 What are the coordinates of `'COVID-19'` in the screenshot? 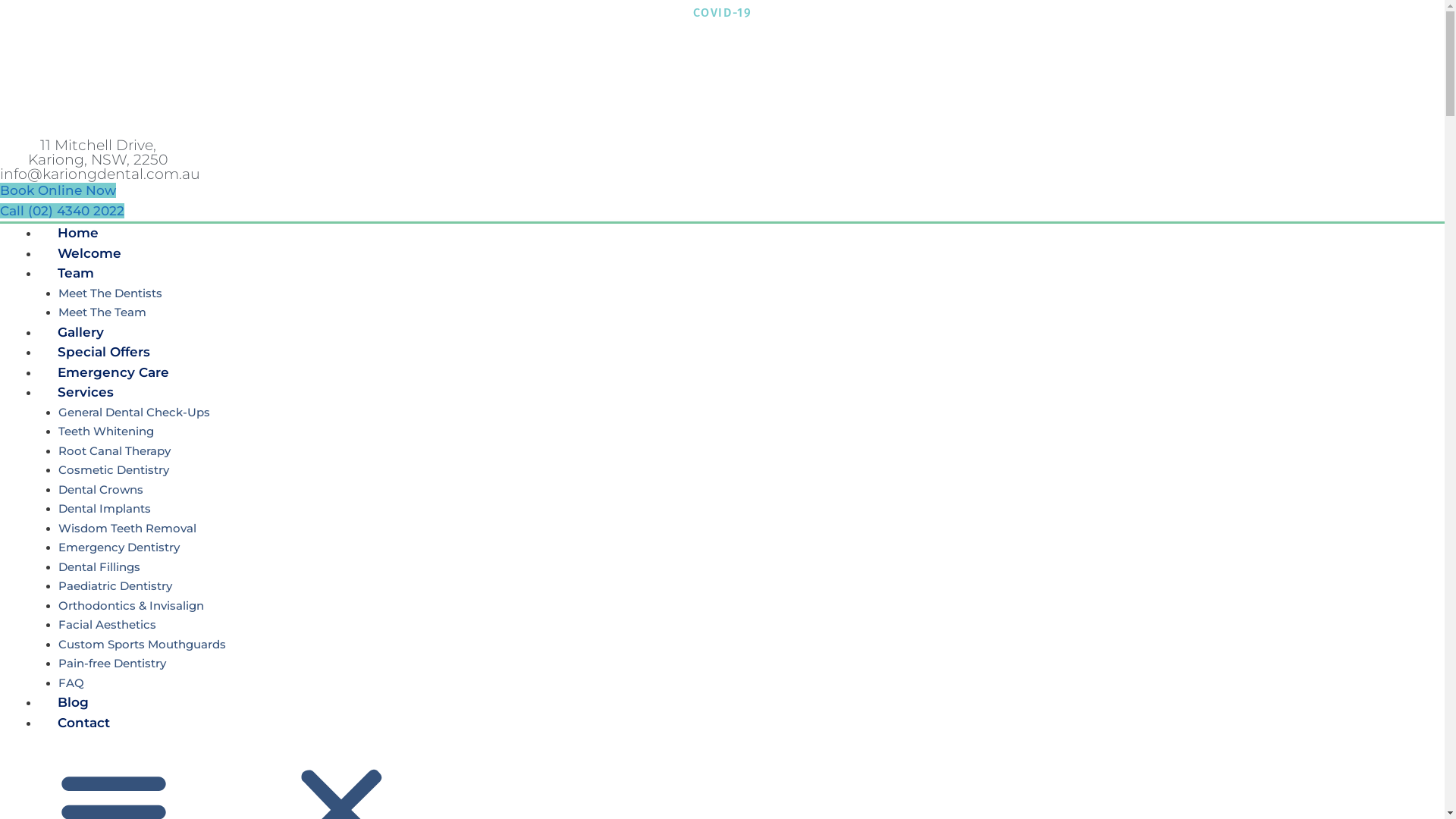 It's located at (692, 12).